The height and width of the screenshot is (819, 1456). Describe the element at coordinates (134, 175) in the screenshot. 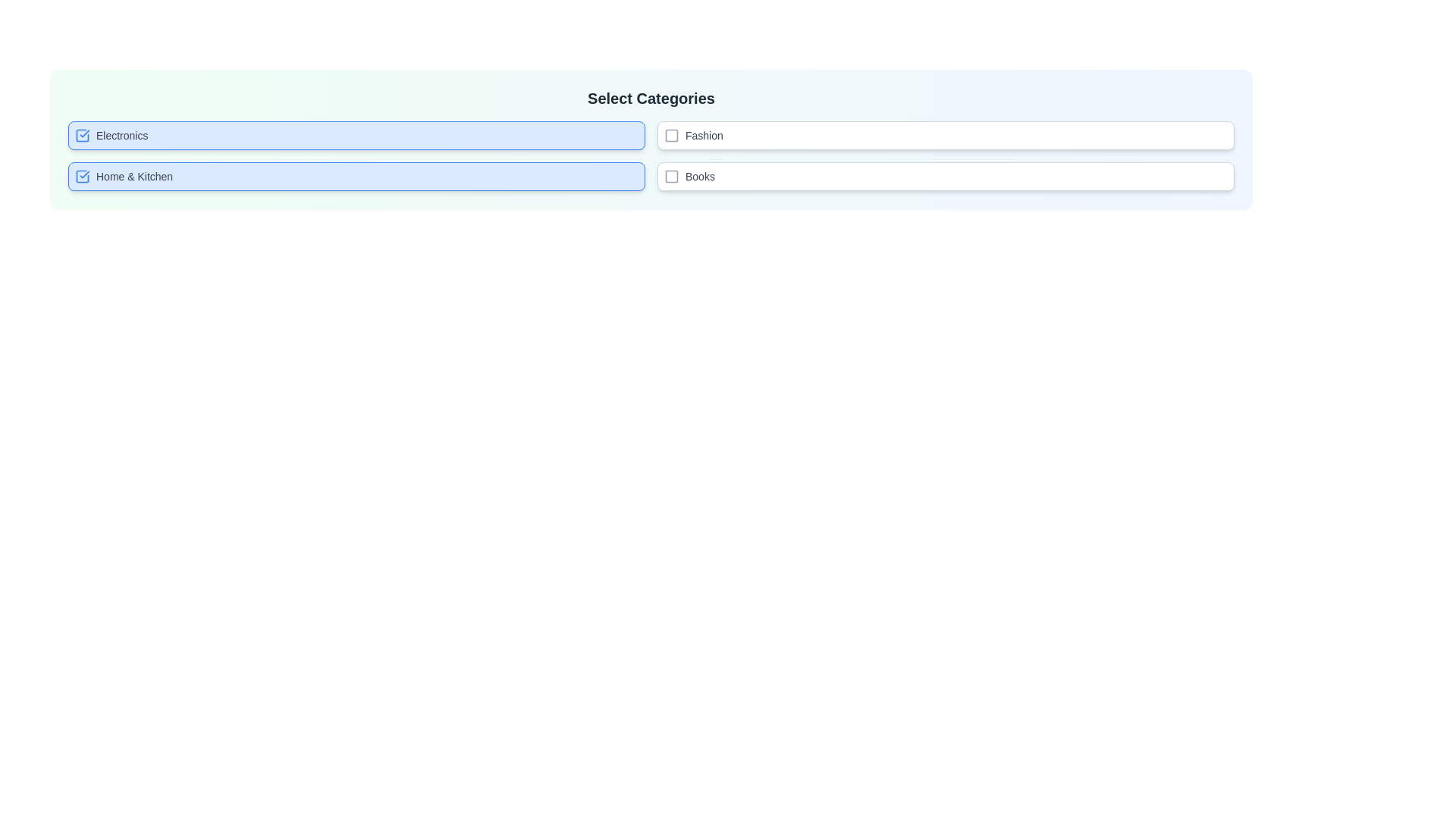

I see `the text label displaying 'Home & Kitchen', which is located on the left-hand side in the second row of options beneath 'Electronics'` at that location.